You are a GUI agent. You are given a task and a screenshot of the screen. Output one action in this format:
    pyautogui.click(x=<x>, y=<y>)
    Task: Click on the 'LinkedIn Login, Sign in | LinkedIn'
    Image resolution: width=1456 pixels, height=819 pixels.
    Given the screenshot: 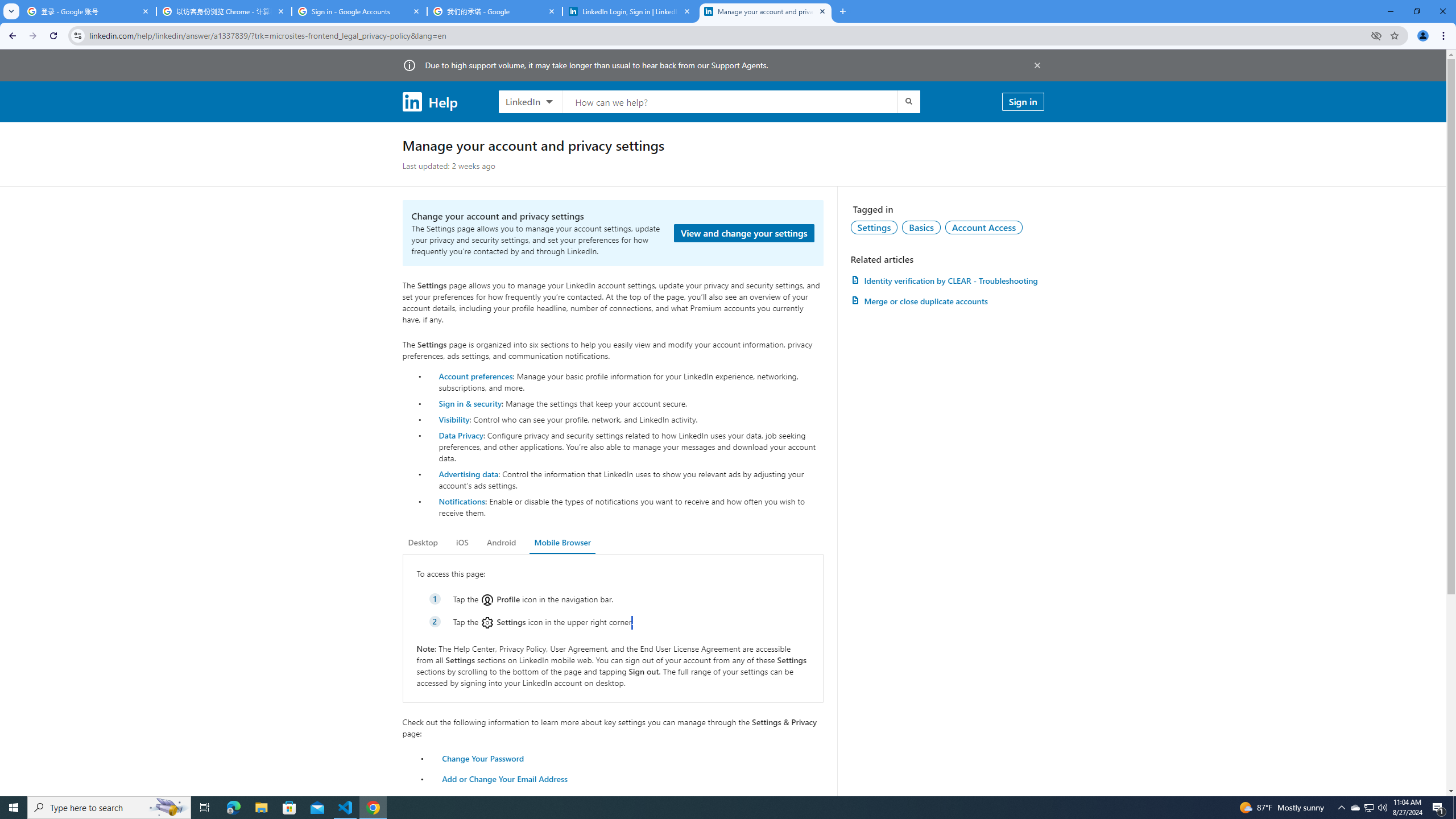 What is the action you would take?
    pyautogui.click(x=630, y=11)
    